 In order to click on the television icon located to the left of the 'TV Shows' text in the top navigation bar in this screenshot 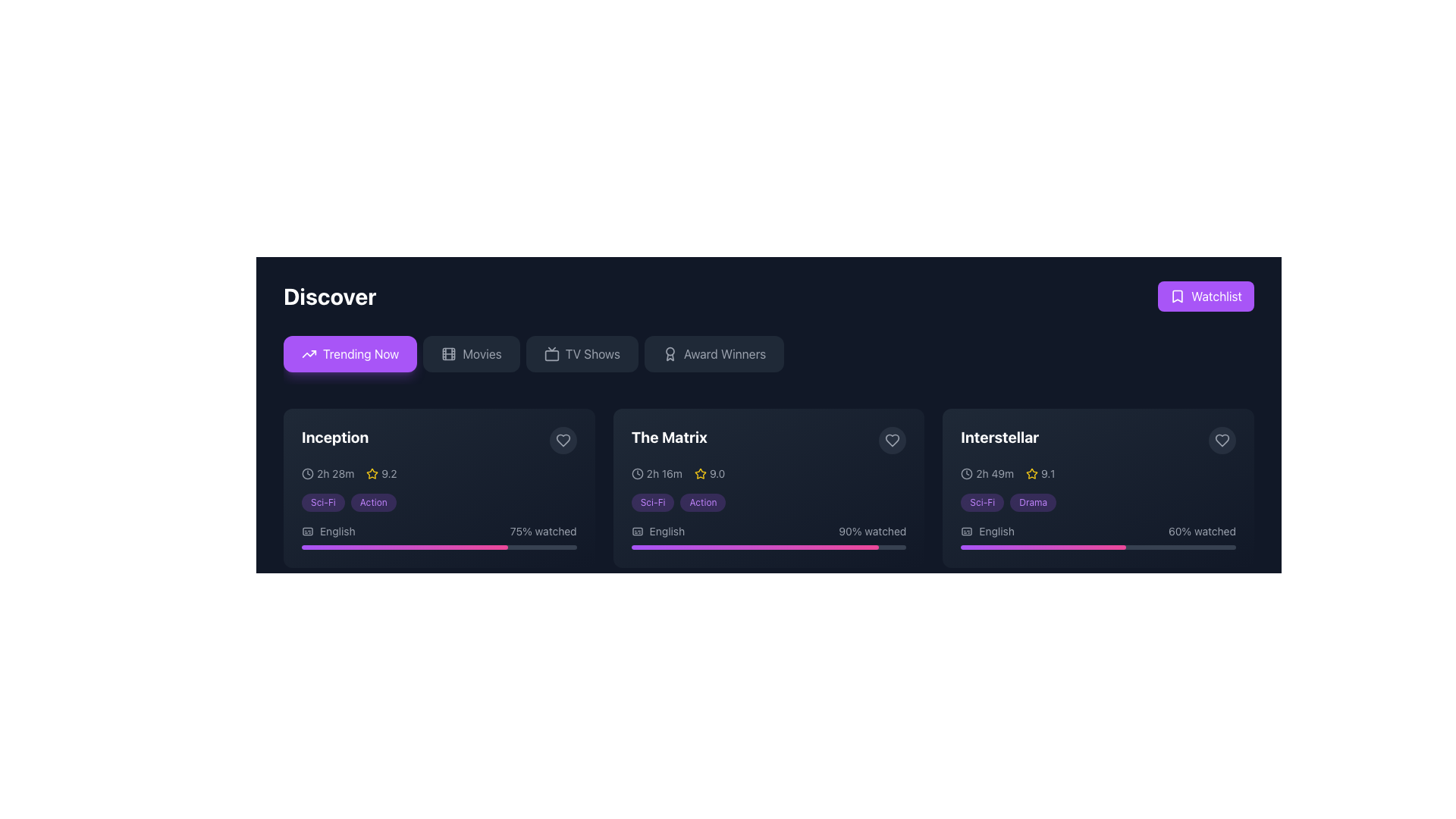, I will do `click(551, 353)`.